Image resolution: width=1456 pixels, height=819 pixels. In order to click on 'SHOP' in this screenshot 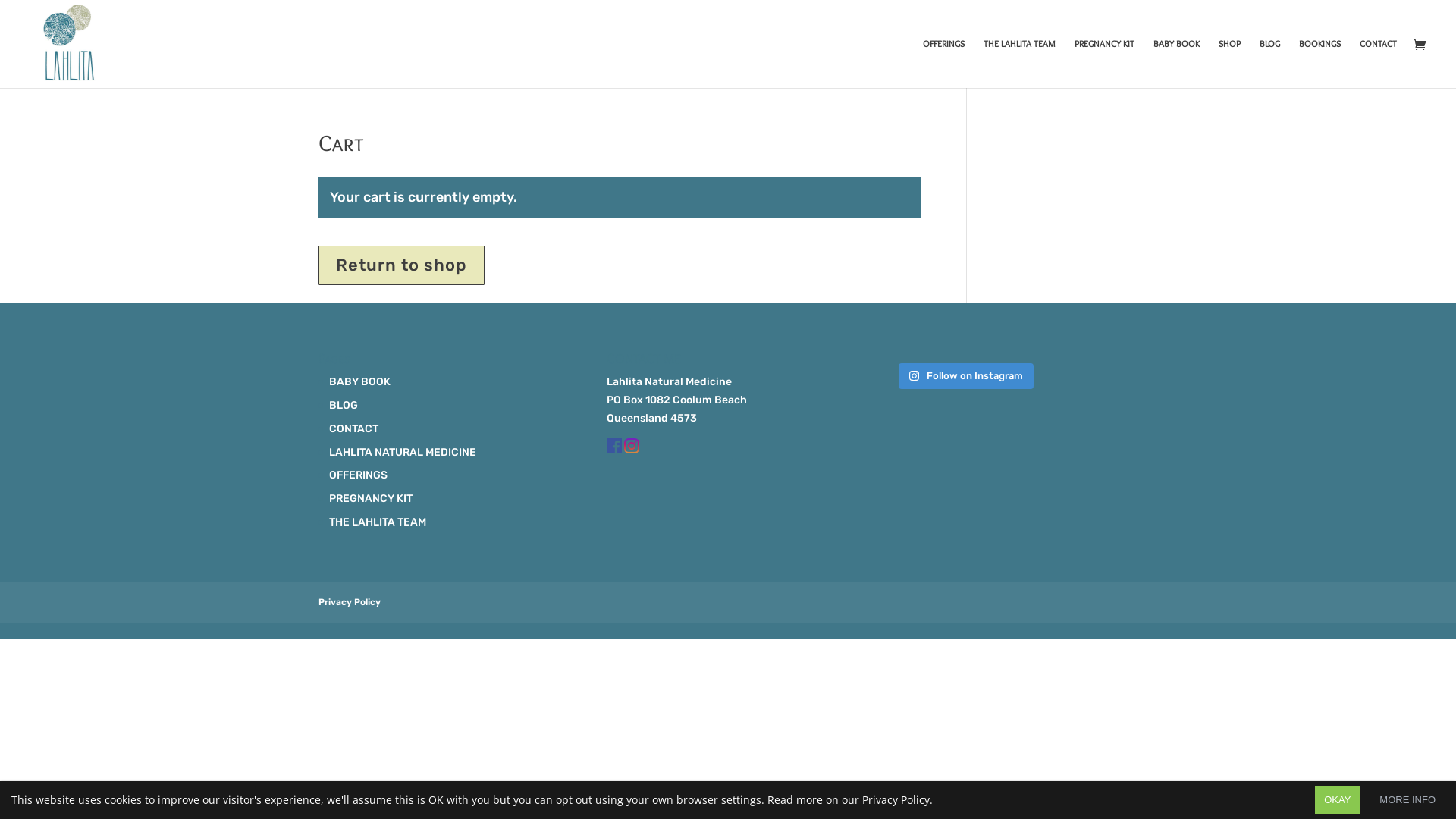, I will do `click(1229, 62)`.